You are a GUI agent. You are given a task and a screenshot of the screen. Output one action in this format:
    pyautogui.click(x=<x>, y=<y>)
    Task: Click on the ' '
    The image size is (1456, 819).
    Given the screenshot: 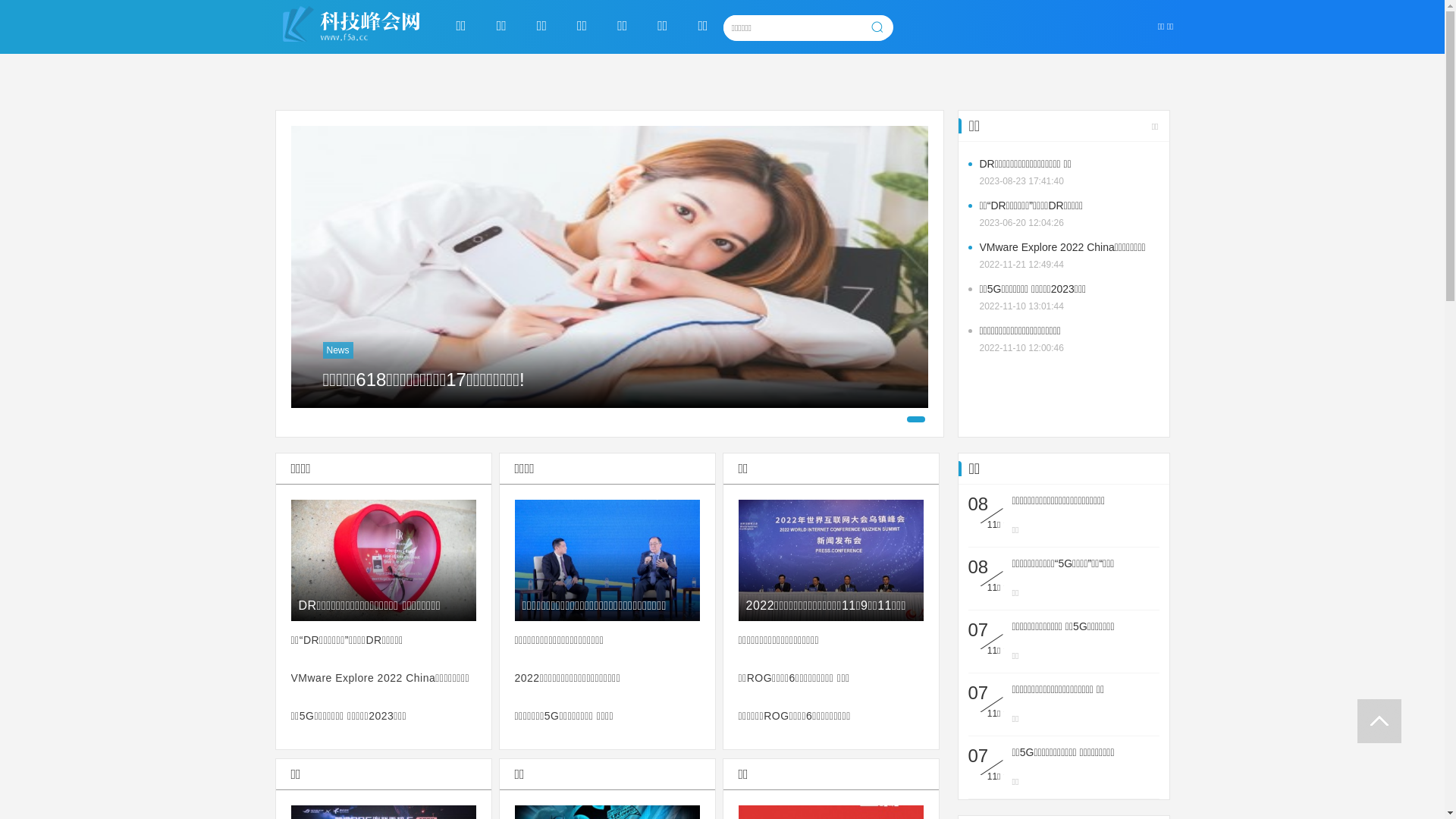 What is the action you would take?
    pyautogui.click(x=1379, y=720)
    